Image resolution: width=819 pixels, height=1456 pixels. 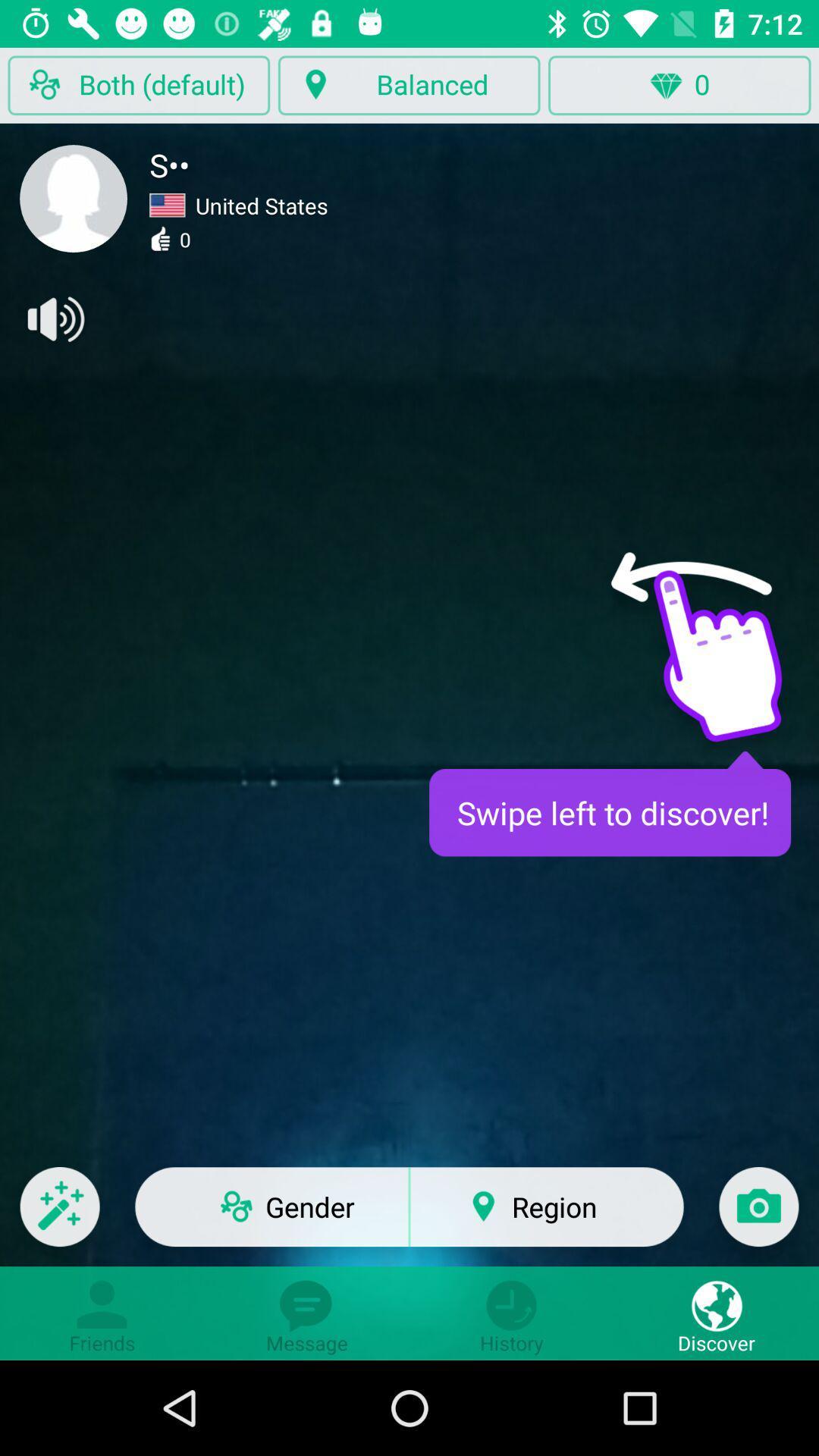 What do you see at coordinates (54, 318) in the screenshot?
I see `the volume icon` at bounding box center [54, 318].